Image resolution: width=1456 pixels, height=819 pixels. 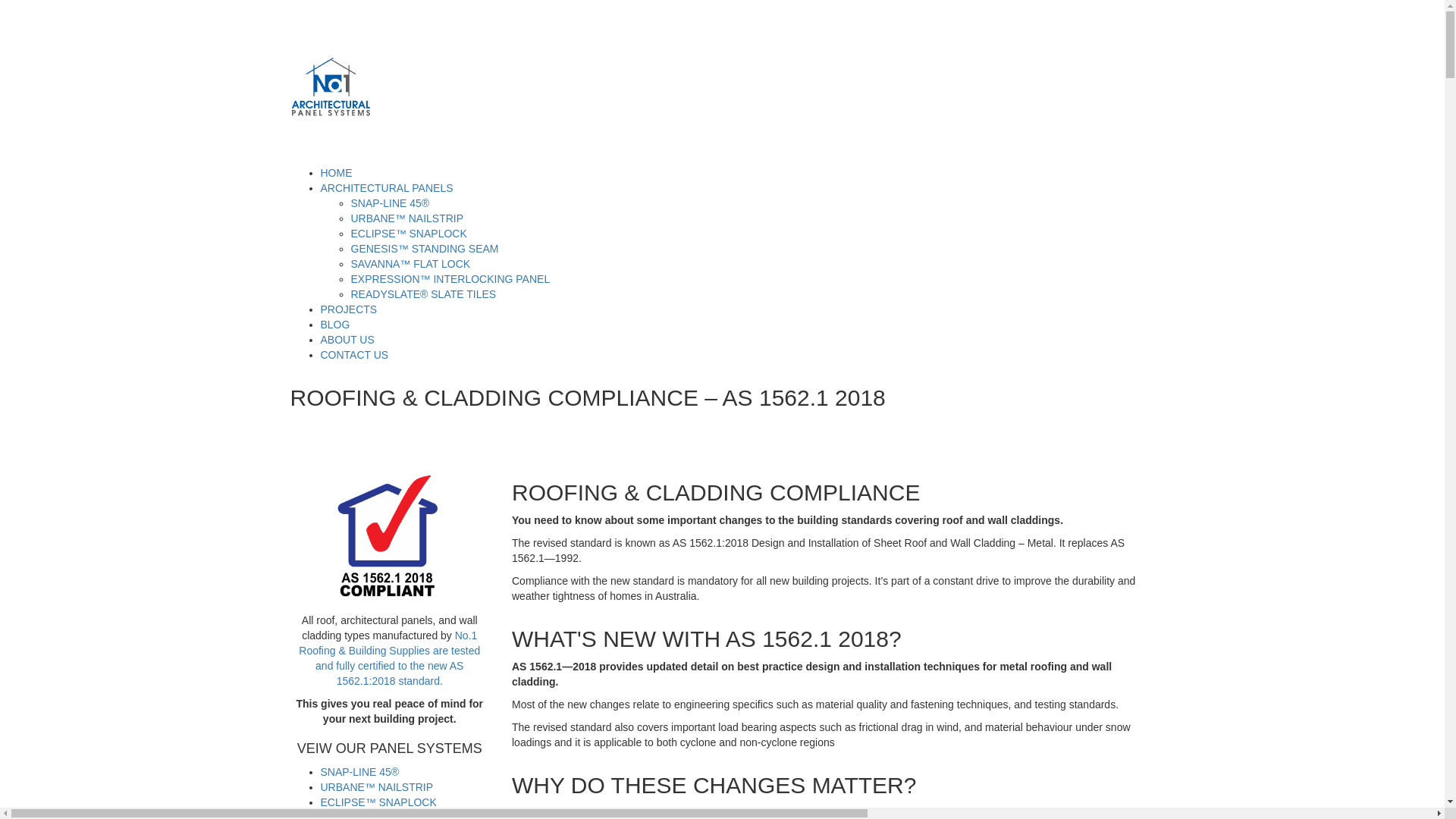 What do you see at coordinates (353, 354) in the screenshot?
I see `'CONTACT US'` at bounding box center [353, 354].